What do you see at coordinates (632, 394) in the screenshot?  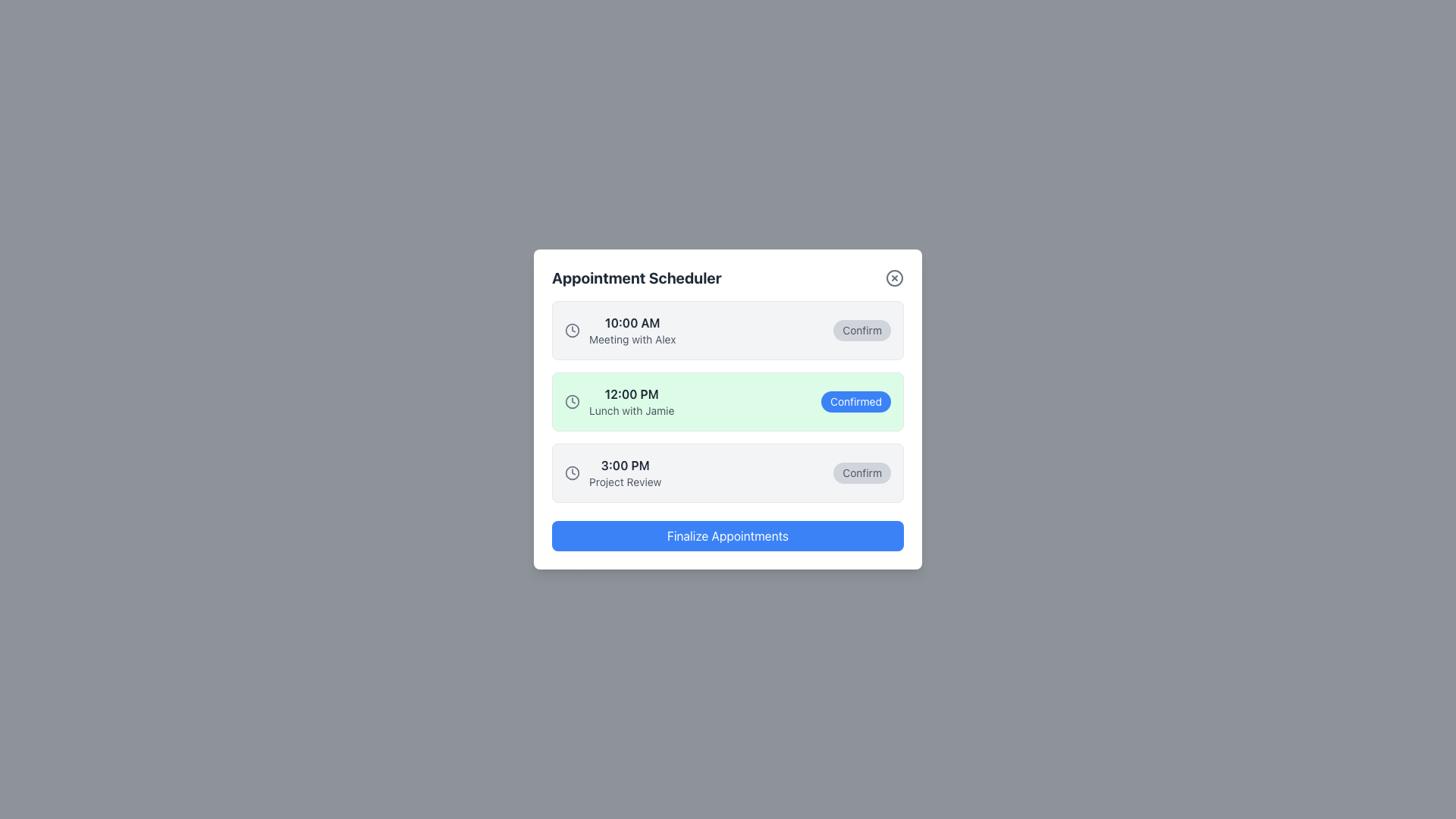 I see `the text element displaying '12:00 PM' in bold, dark font, located in the middle section of the event list` at bounding box center [632, 394].